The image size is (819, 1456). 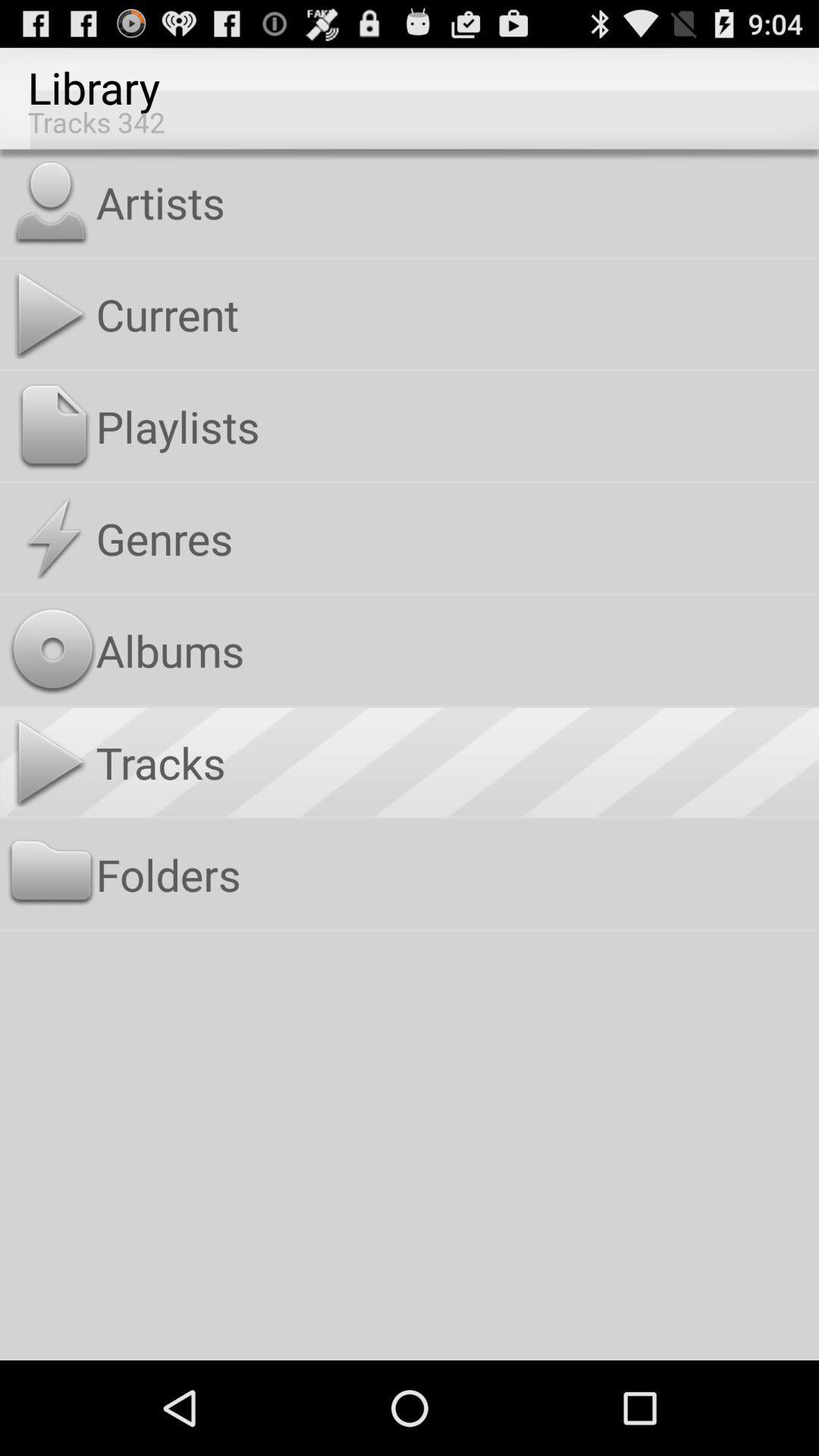 What do you see at coordinates (453, 201) in the screenshot?
I see `the app below the tracks 342 icon` at bounding box center [453, 201].